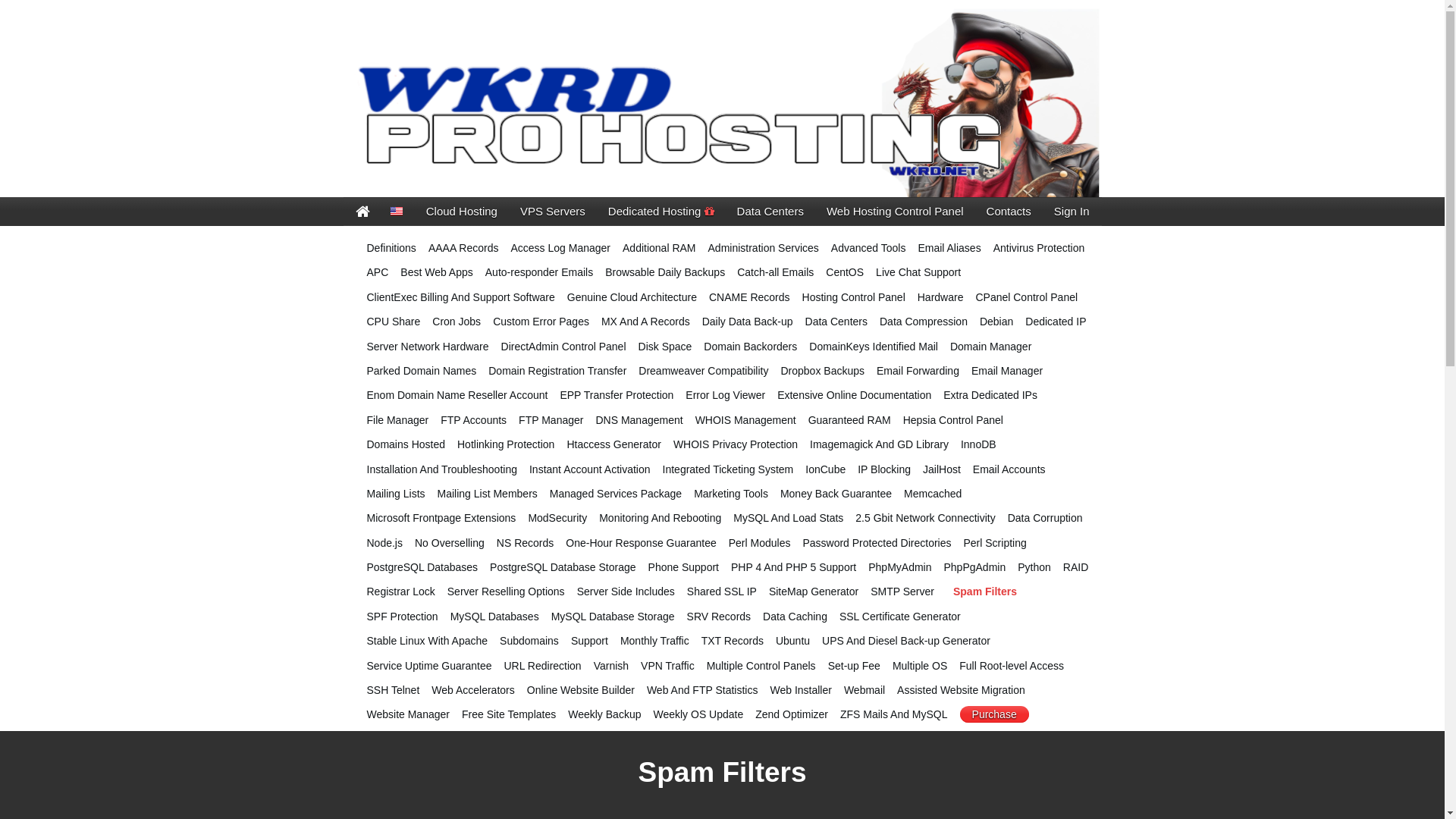 This screenshot has width=1456, height=819. What do you see at coordinates (990, 394) in the screenshot?
I see `'Extra Dedicated IPs'` at bounding box center [990, 394].